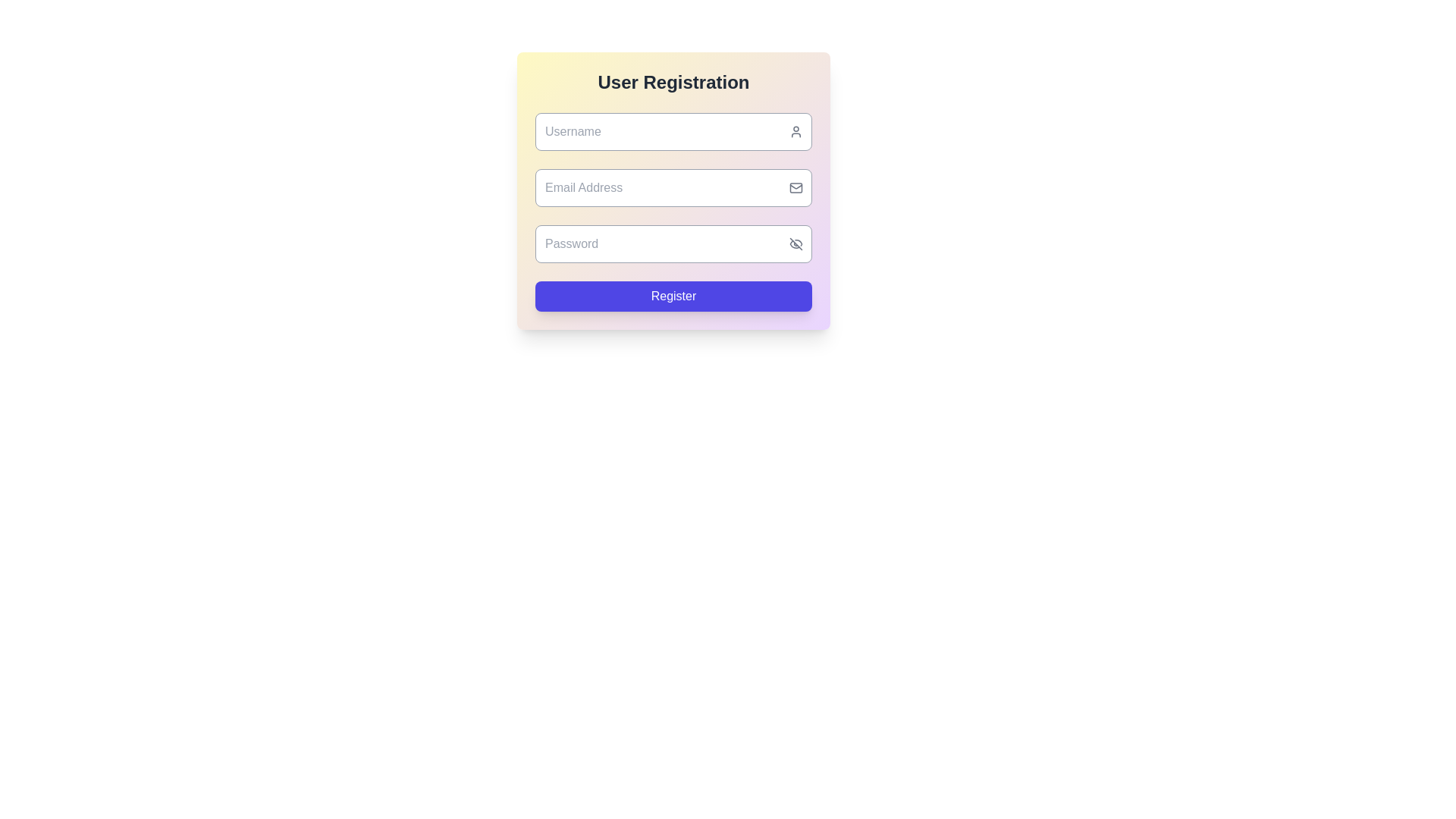 The height and width of the screenshot is (819, 1456). What do you see at coordinates (795, 130) in the screenshot?
I see `the user icon, which is a gray outline of a person's bust and head, located on the right-middle side of the username input field` at bounding box center [795, 130].